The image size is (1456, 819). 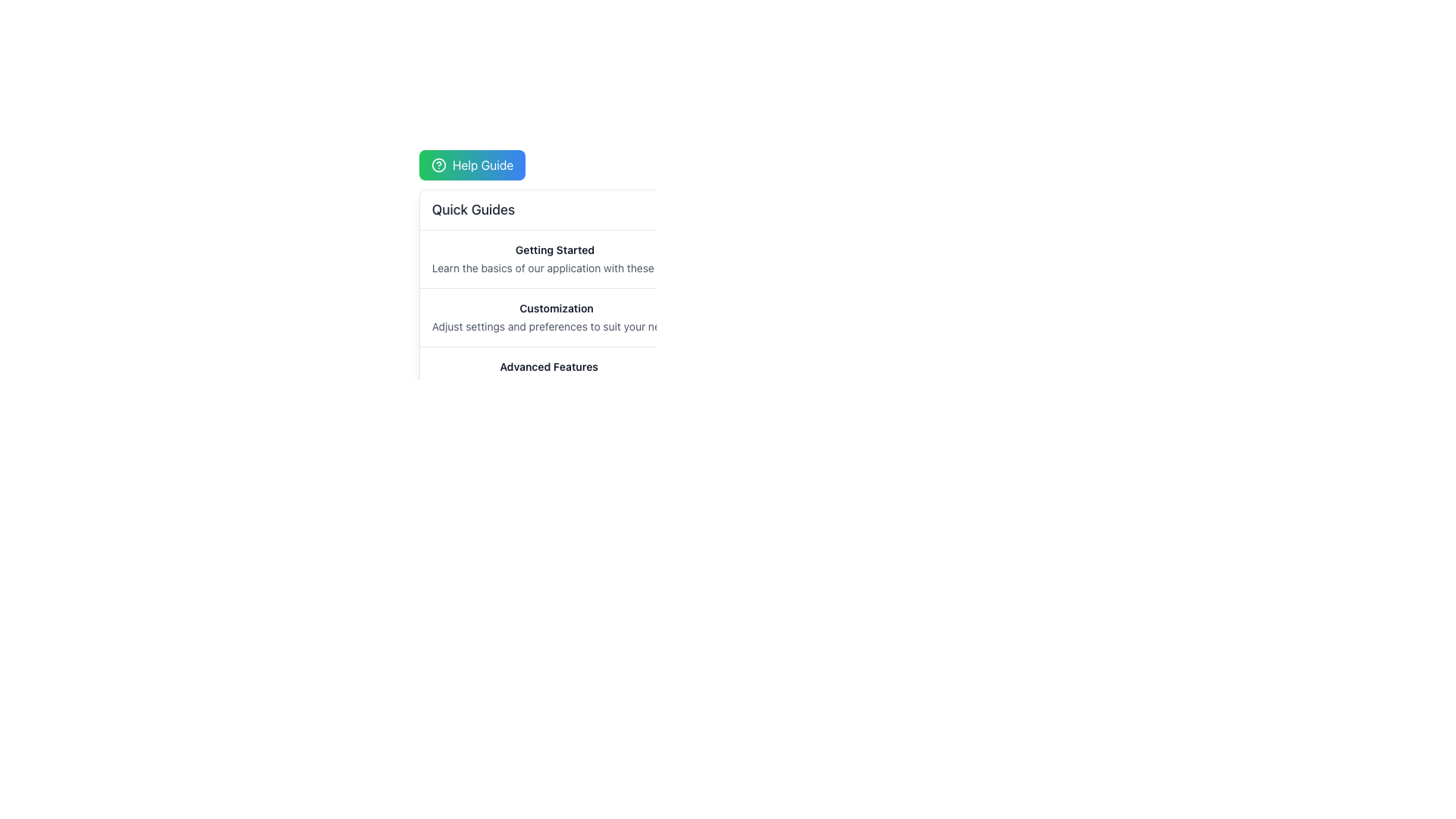 I want to click on the help icon located within the 'Help Guide' button, which is a circular icon preceding the text 'Help Guide', so click(x=438, y=165).